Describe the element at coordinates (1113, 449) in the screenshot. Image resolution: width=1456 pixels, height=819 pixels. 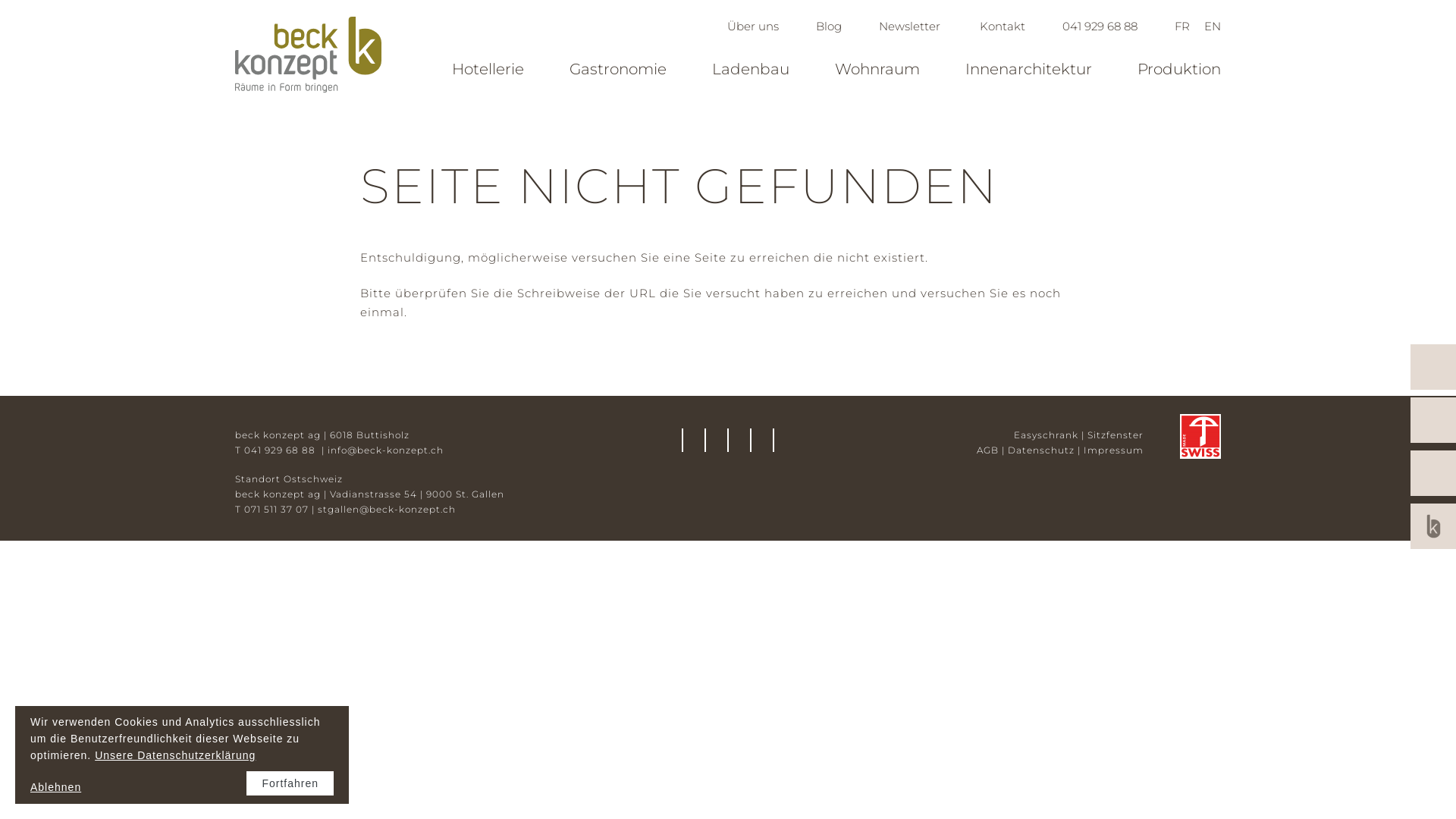
I see `'Impressum'` at that location.